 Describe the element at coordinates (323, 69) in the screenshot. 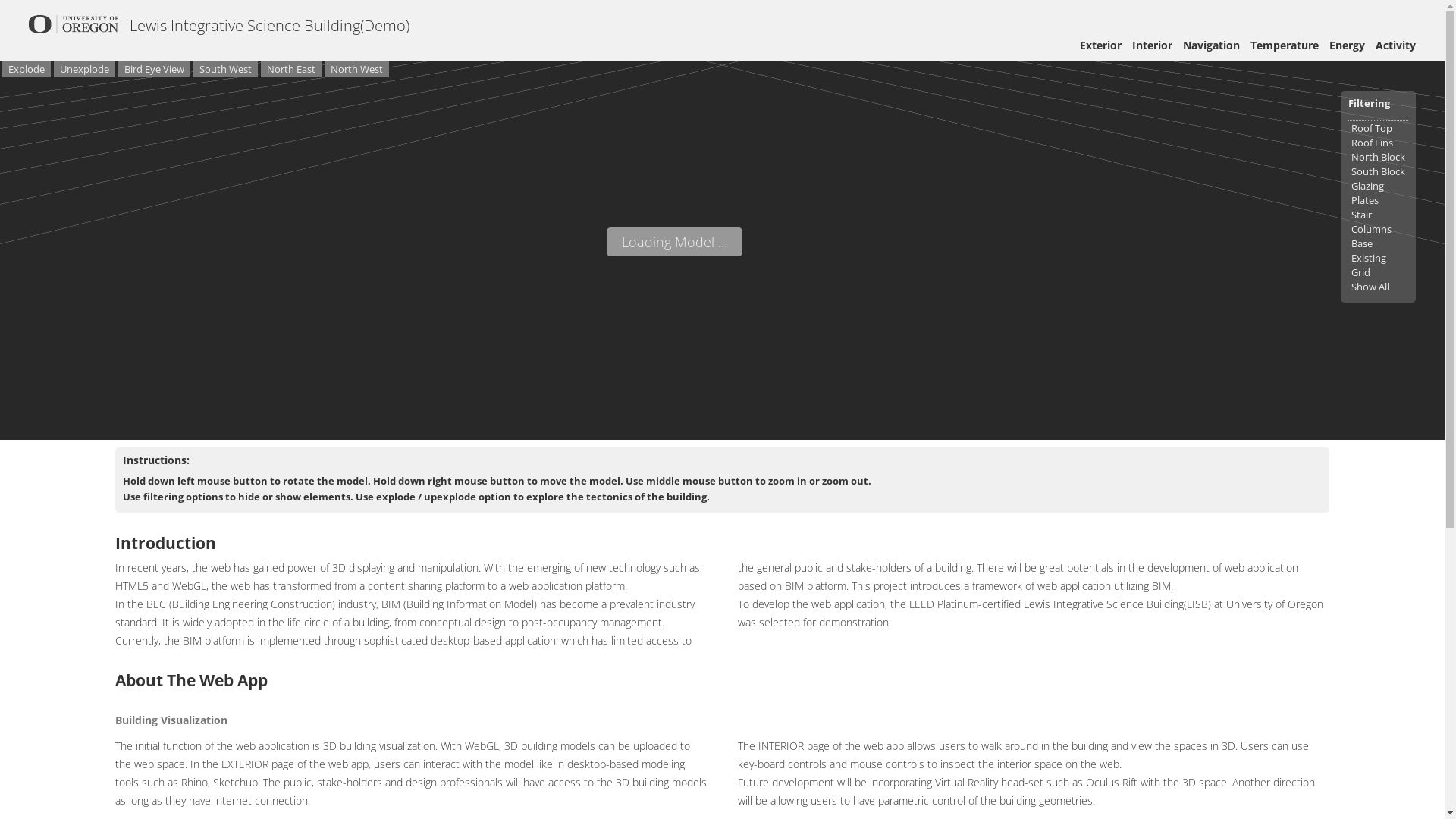

I see `'North West'` at that location.